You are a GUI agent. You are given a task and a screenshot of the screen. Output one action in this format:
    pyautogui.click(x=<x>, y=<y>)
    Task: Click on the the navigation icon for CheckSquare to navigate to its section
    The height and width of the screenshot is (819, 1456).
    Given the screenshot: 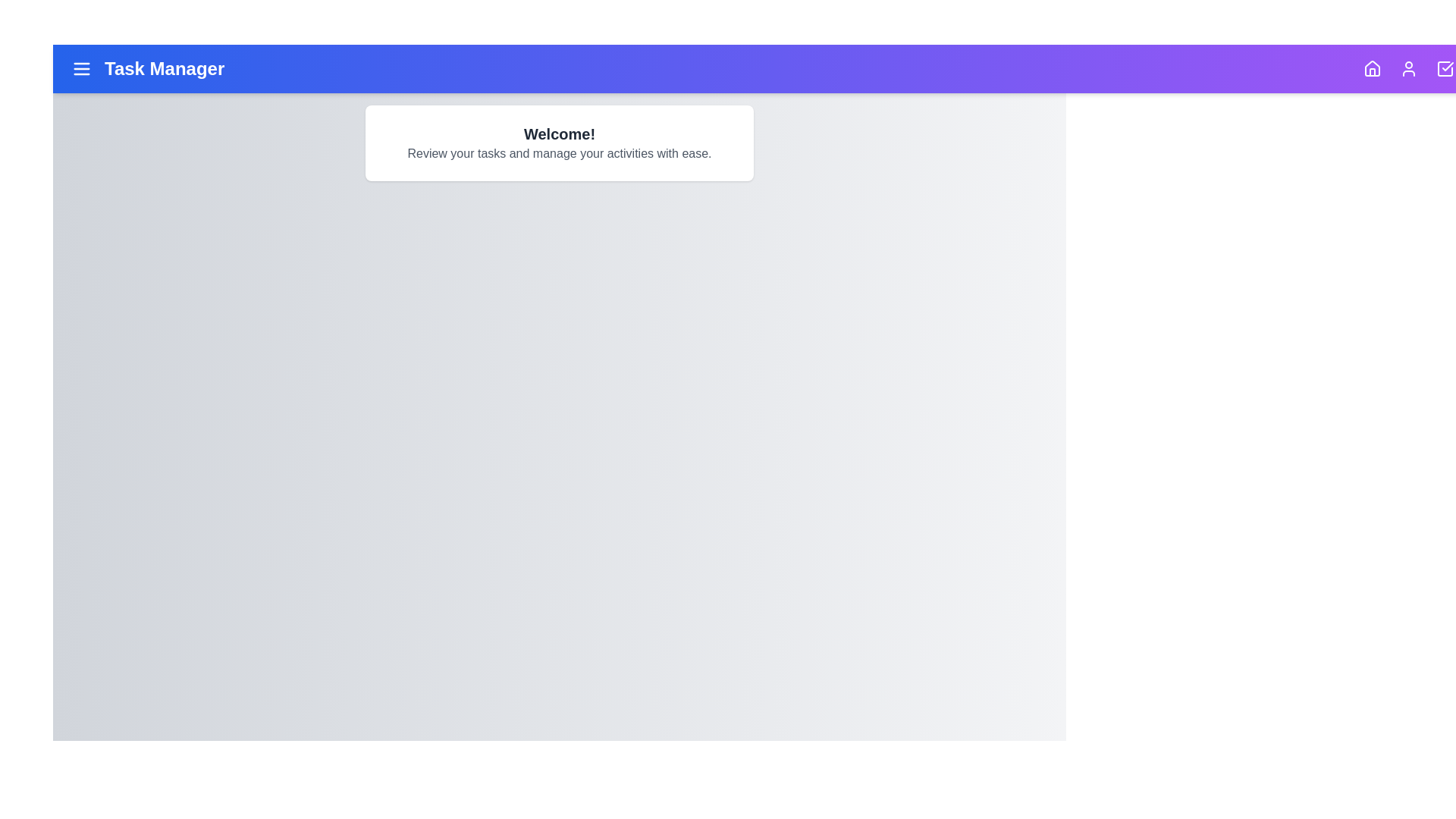 What is the action you would take?
    pyautogui.click(x=1444, y=69)
    